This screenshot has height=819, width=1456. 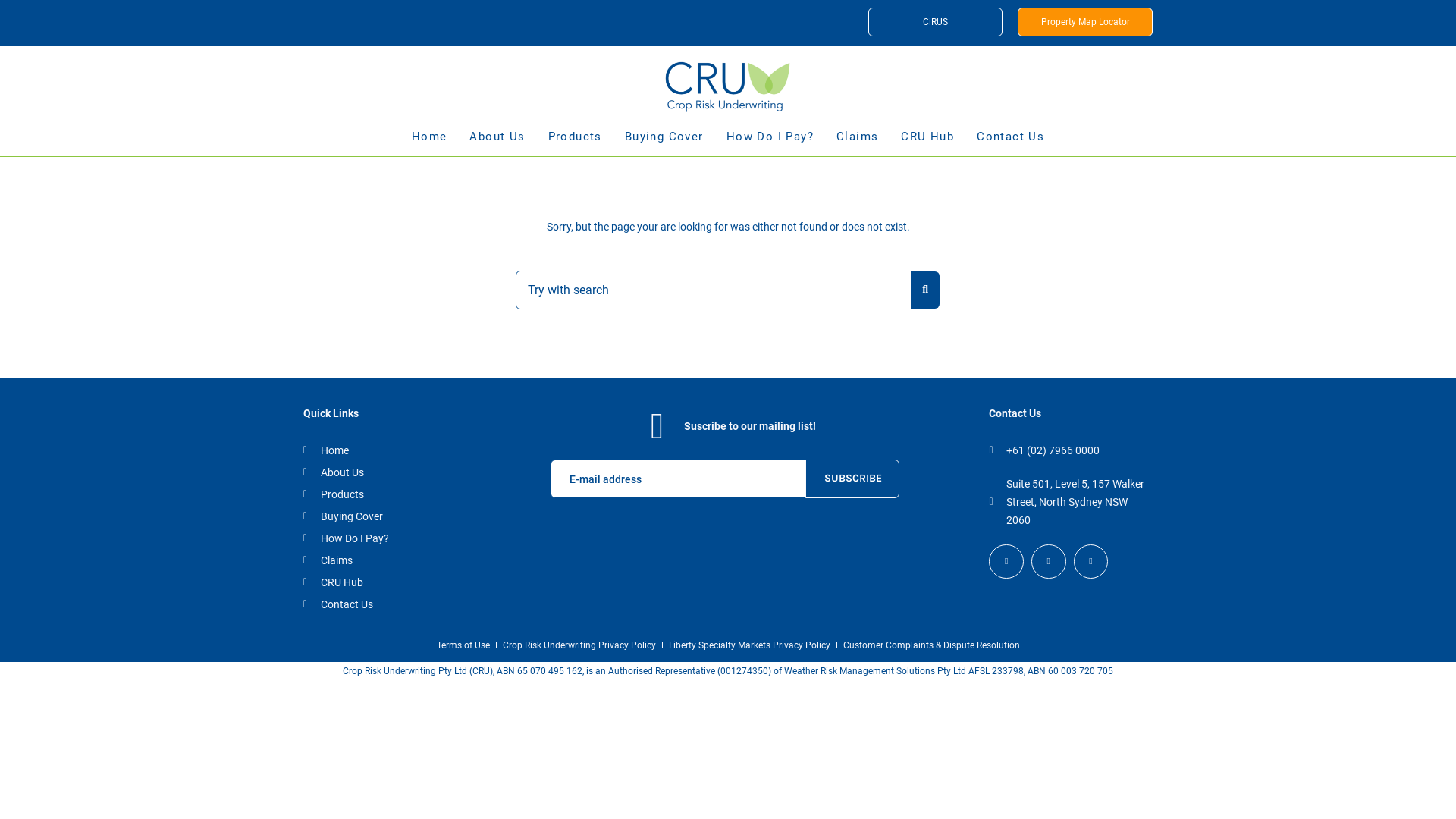 What do you see at coordinates (578, 645) in the screenshot?
I see `'Crop Risk Underwriting Privacy Policy'` at bounding box center [578, 645].